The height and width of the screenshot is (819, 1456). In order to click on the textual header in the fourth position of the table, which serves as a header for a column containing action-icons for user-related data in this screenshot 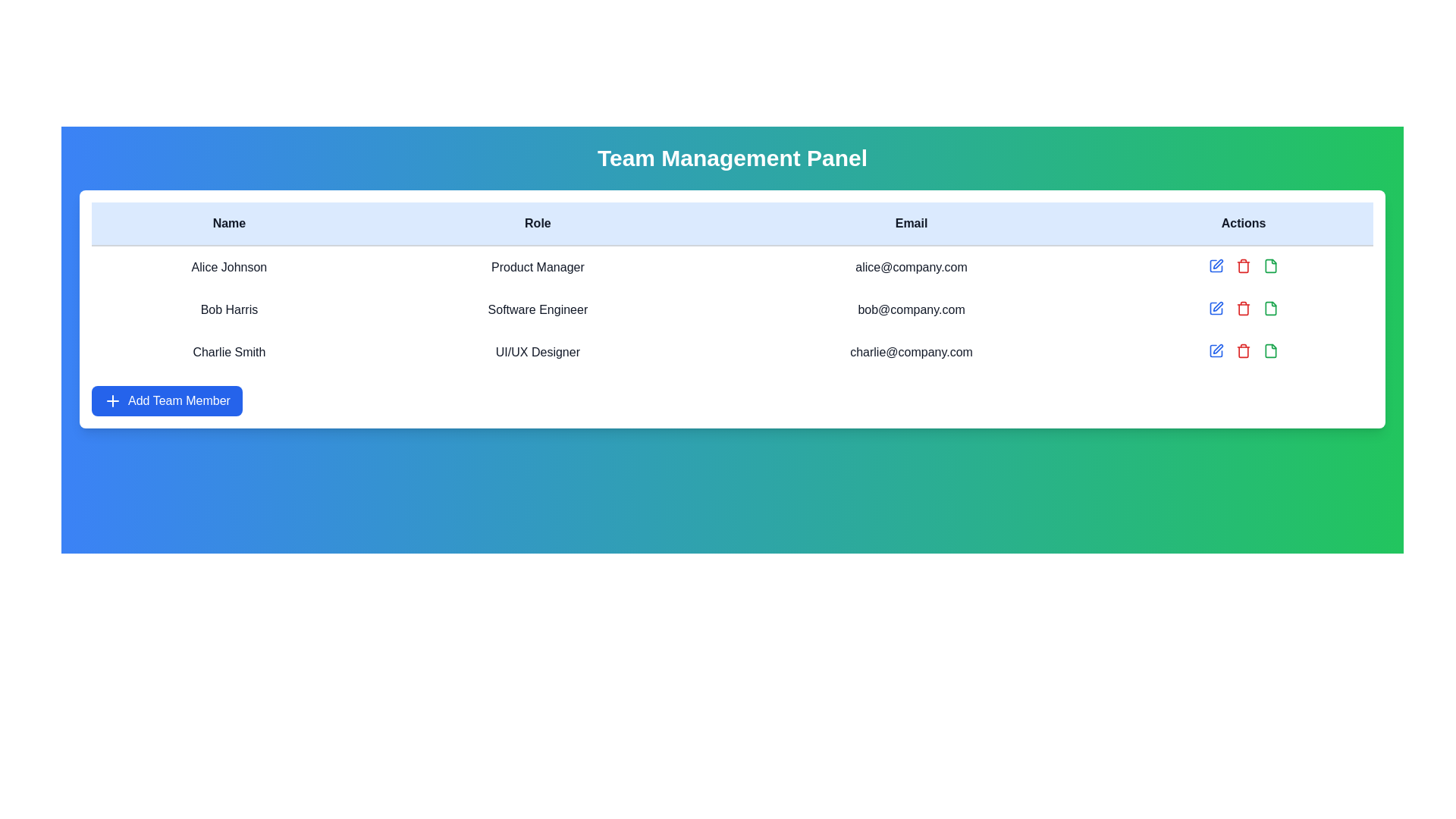, I will do `click(1244, 224)`.